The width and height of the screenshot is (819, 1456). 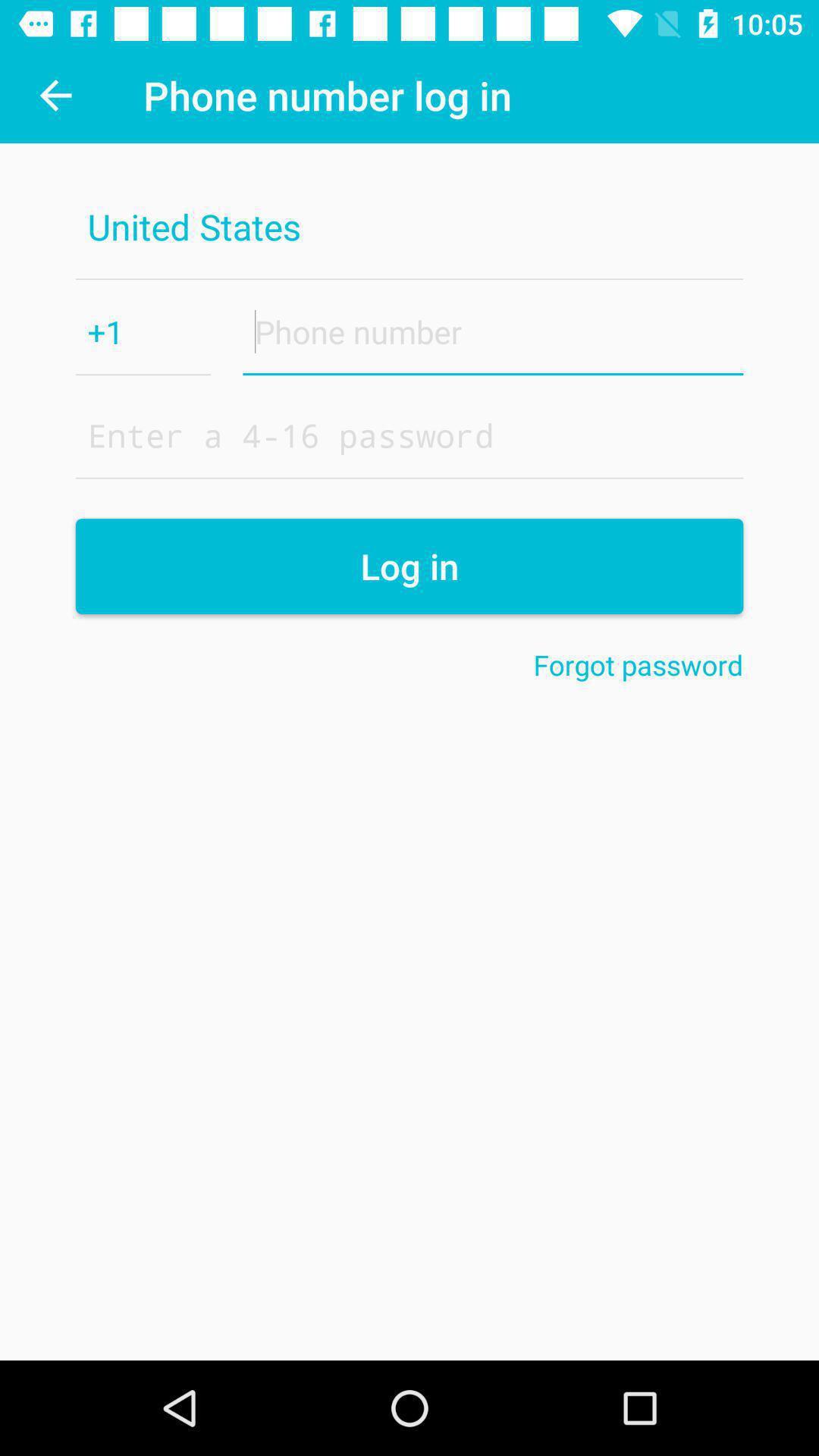 I want to click on icon below +1 item, so click(x=409, y=434).